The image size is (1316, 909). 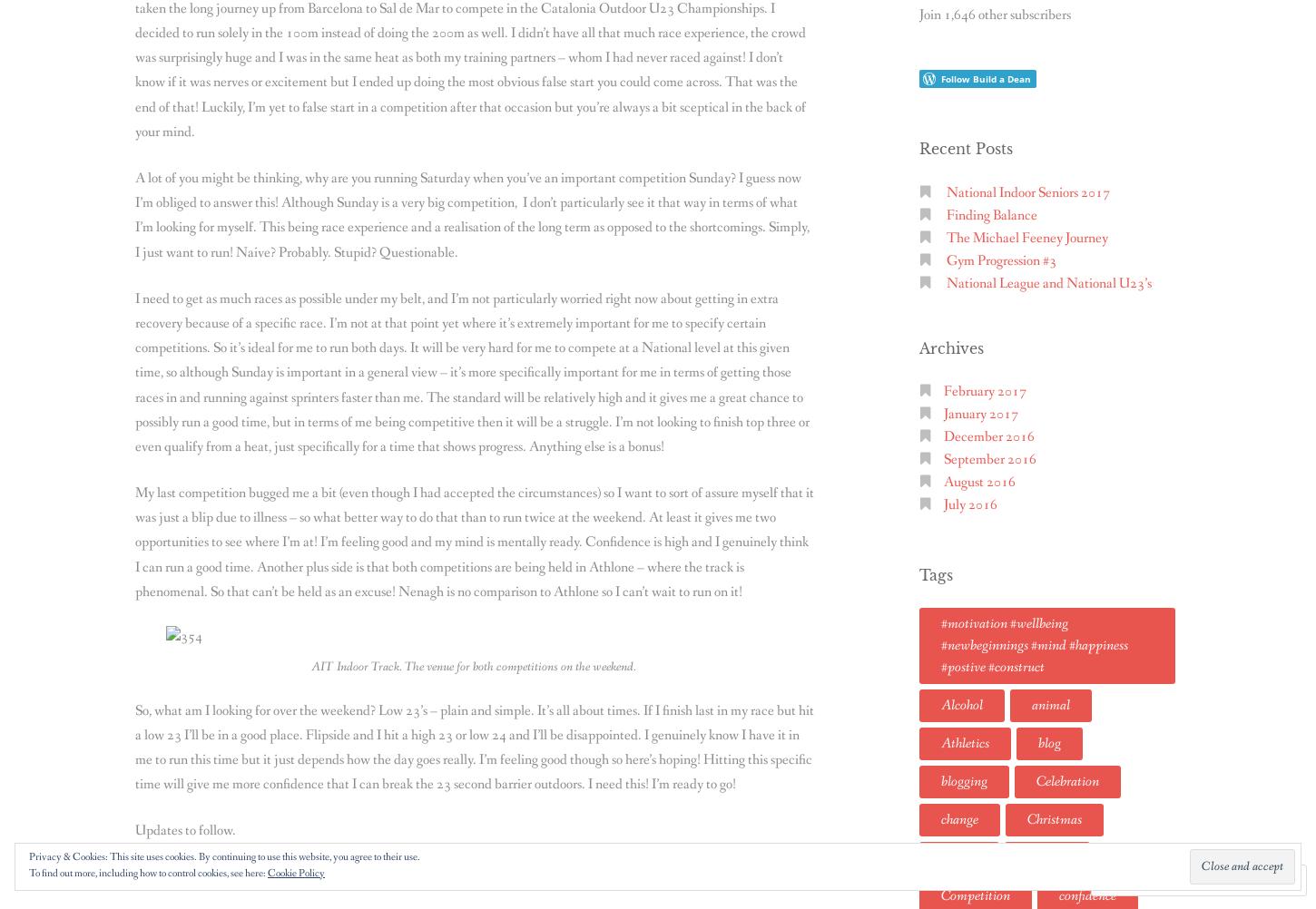 I want to click on 'July 2016', so click(x=943, y=504).